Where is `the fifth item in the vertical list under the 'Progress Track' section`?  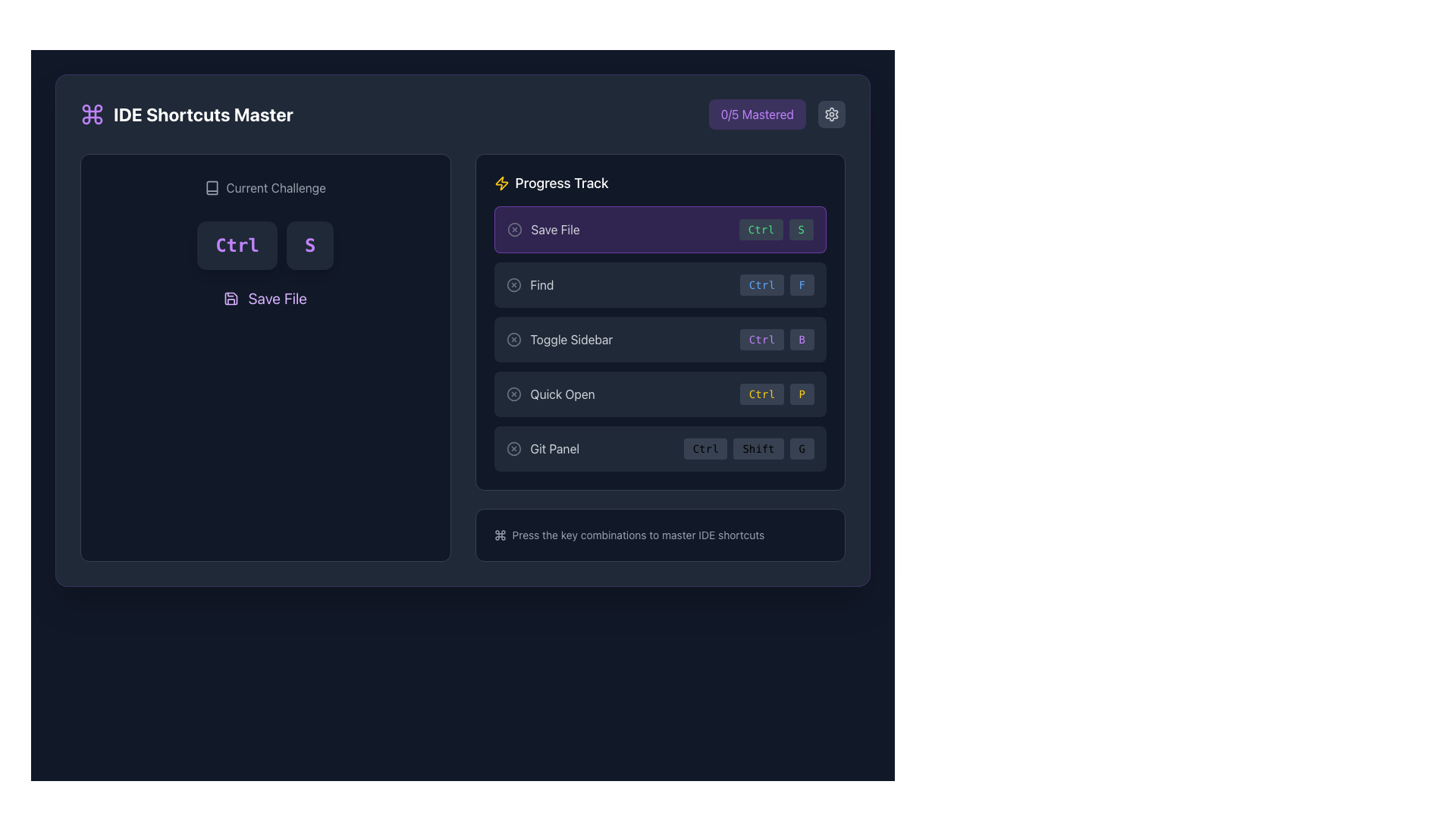
the fifth item in the vertical list under the 'Progress Track' section is located at coordinates (660, 447).